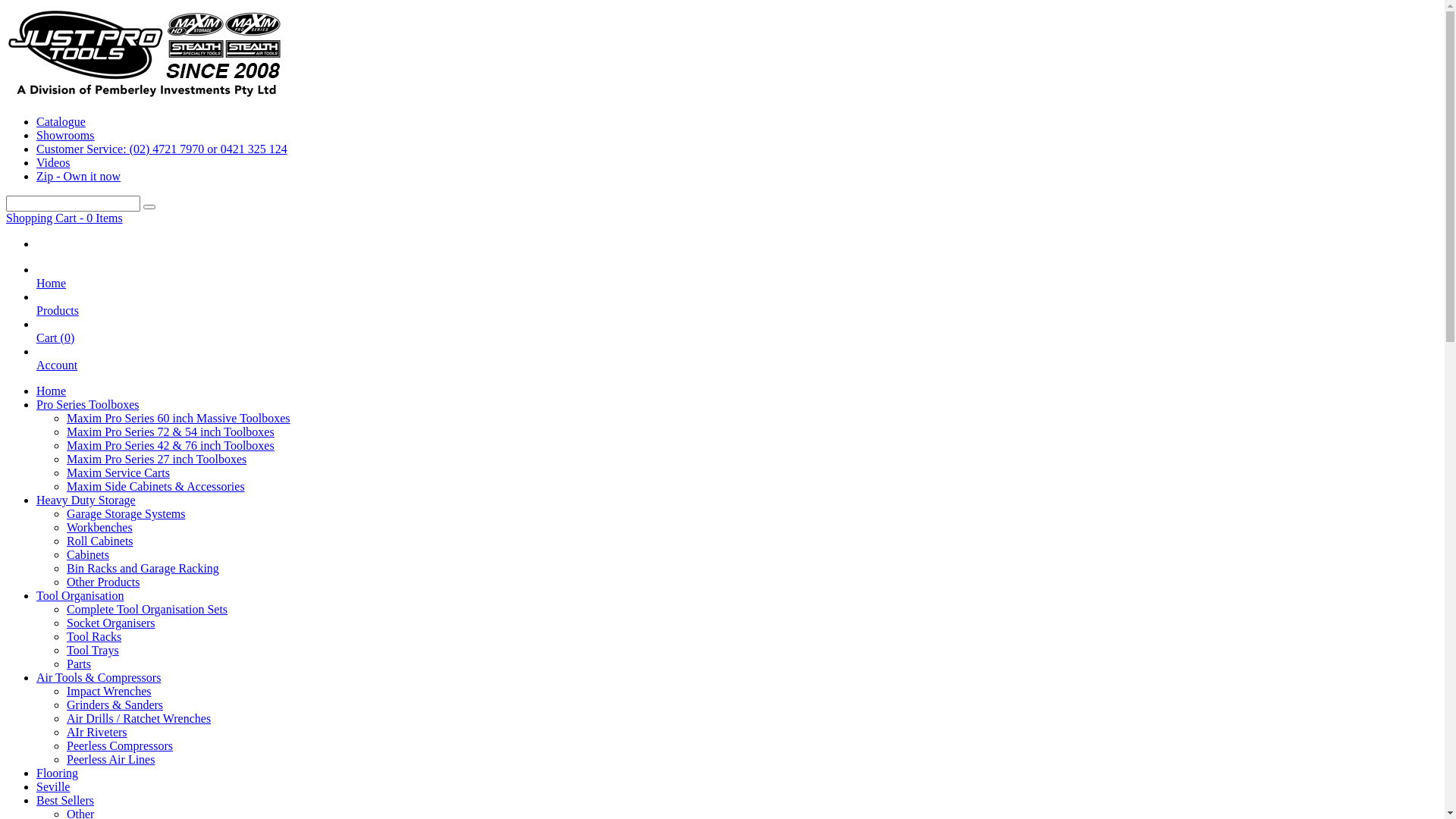 Image resolution: width=1456 pixels, height=819 pixels. Describe the element at coordinates (53, 786) in the screenshot. I see `'Seville'` at that location.